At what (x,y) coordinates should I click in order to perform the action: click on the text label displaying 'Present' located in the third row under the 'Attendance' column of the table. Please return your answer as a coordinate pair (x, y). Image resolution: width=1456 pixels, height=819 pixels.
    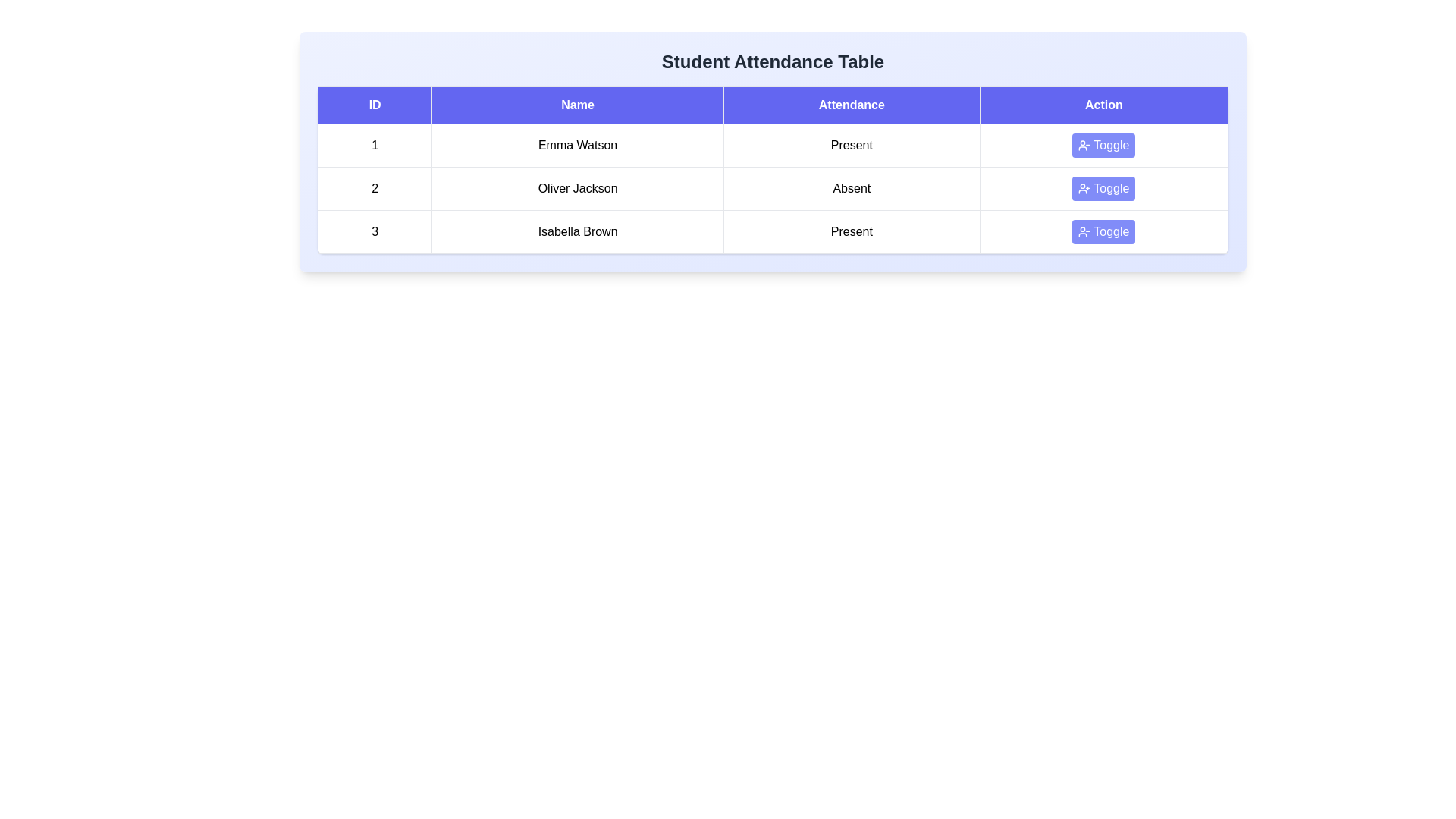
    Looking at the image, I should click on (852, 231).